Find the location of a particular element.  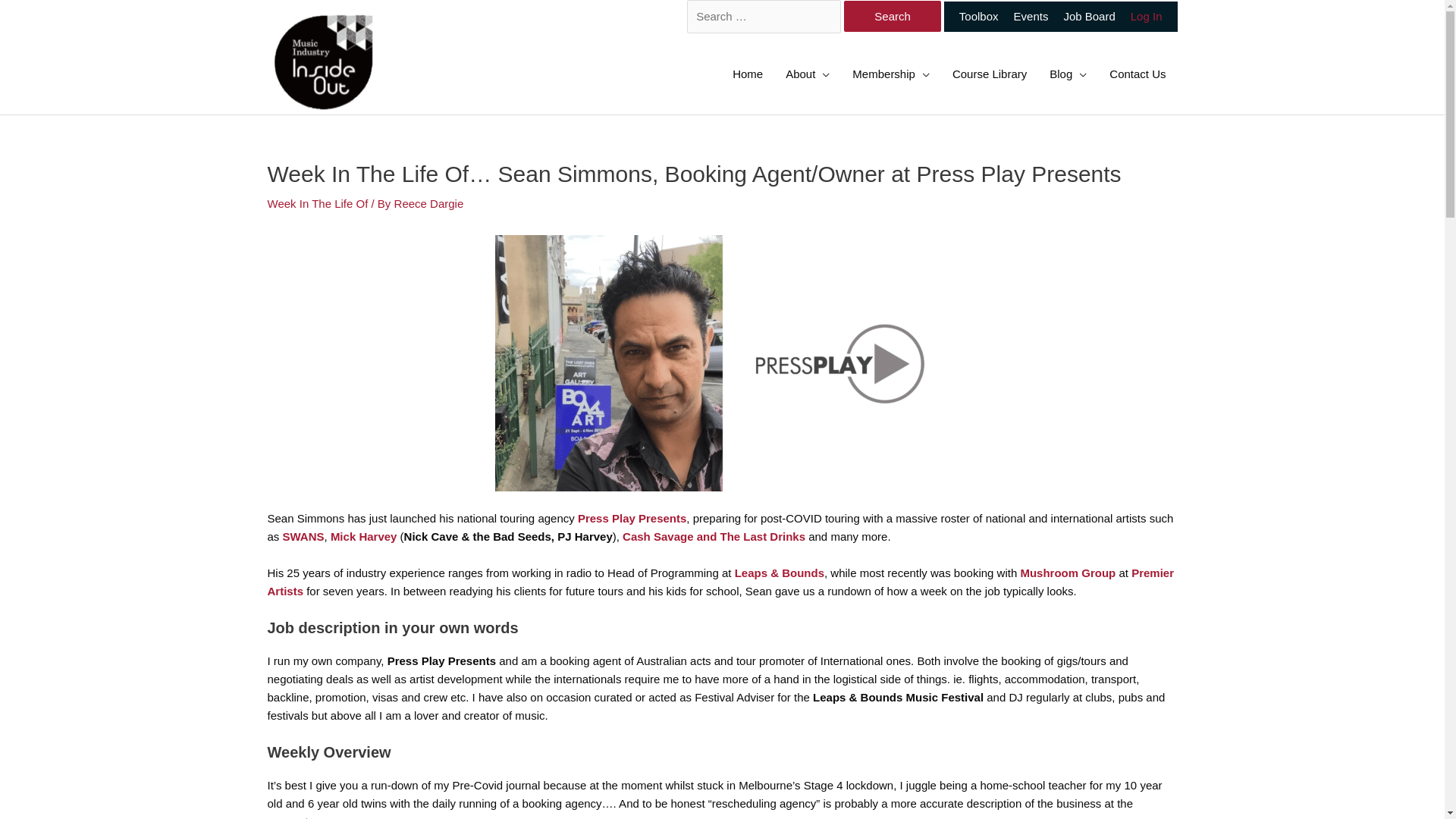

'Membership' is located at coordinates (891, 74).